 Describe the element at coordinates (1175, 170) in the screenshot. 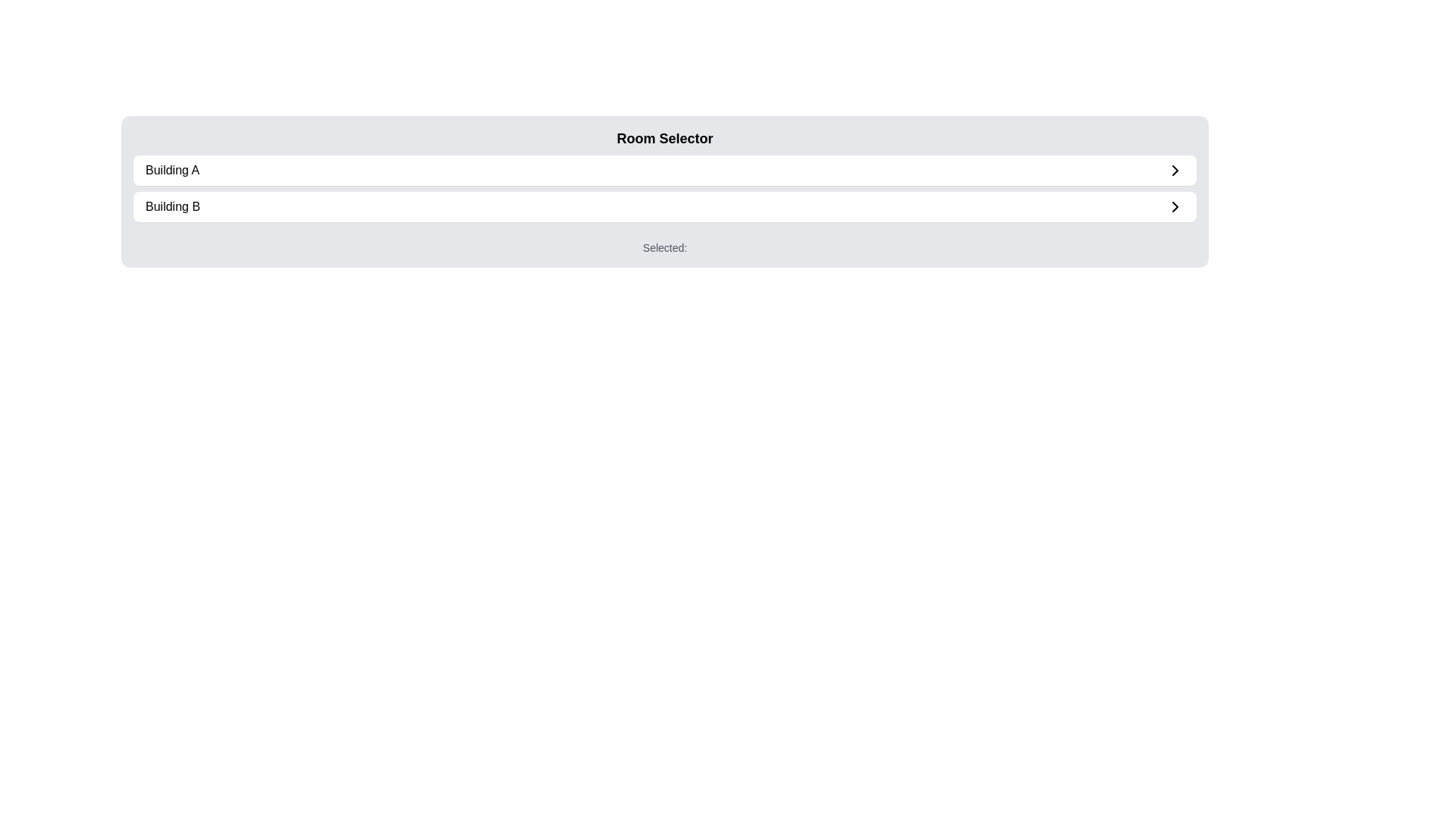

I see `the chevron icon at the far right of the 'Building A' row` at that location.